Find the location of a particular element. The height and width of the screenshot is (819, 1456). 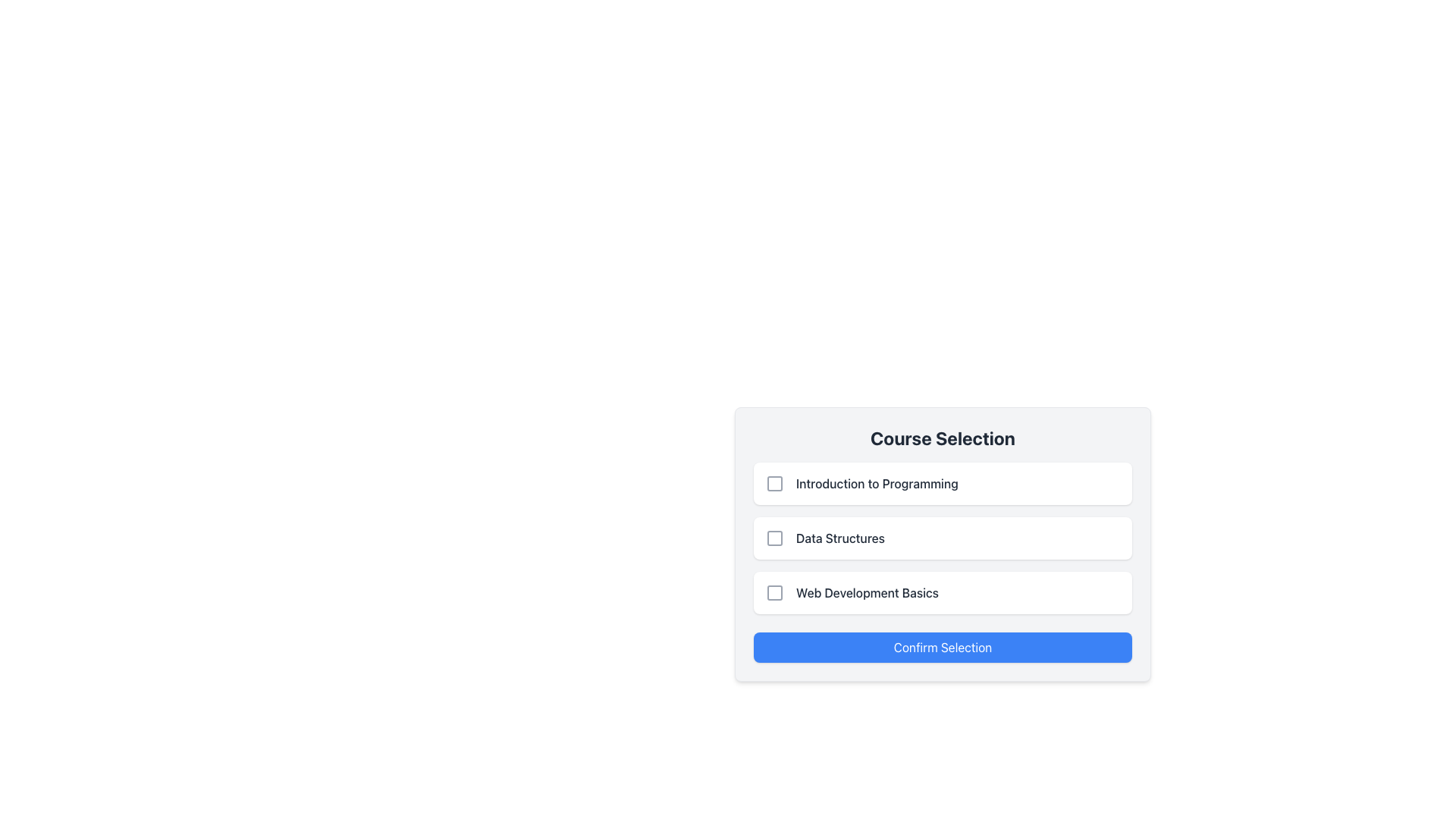

the third text label in the 'Course Selection' panel is located at coordinates (867, 592).